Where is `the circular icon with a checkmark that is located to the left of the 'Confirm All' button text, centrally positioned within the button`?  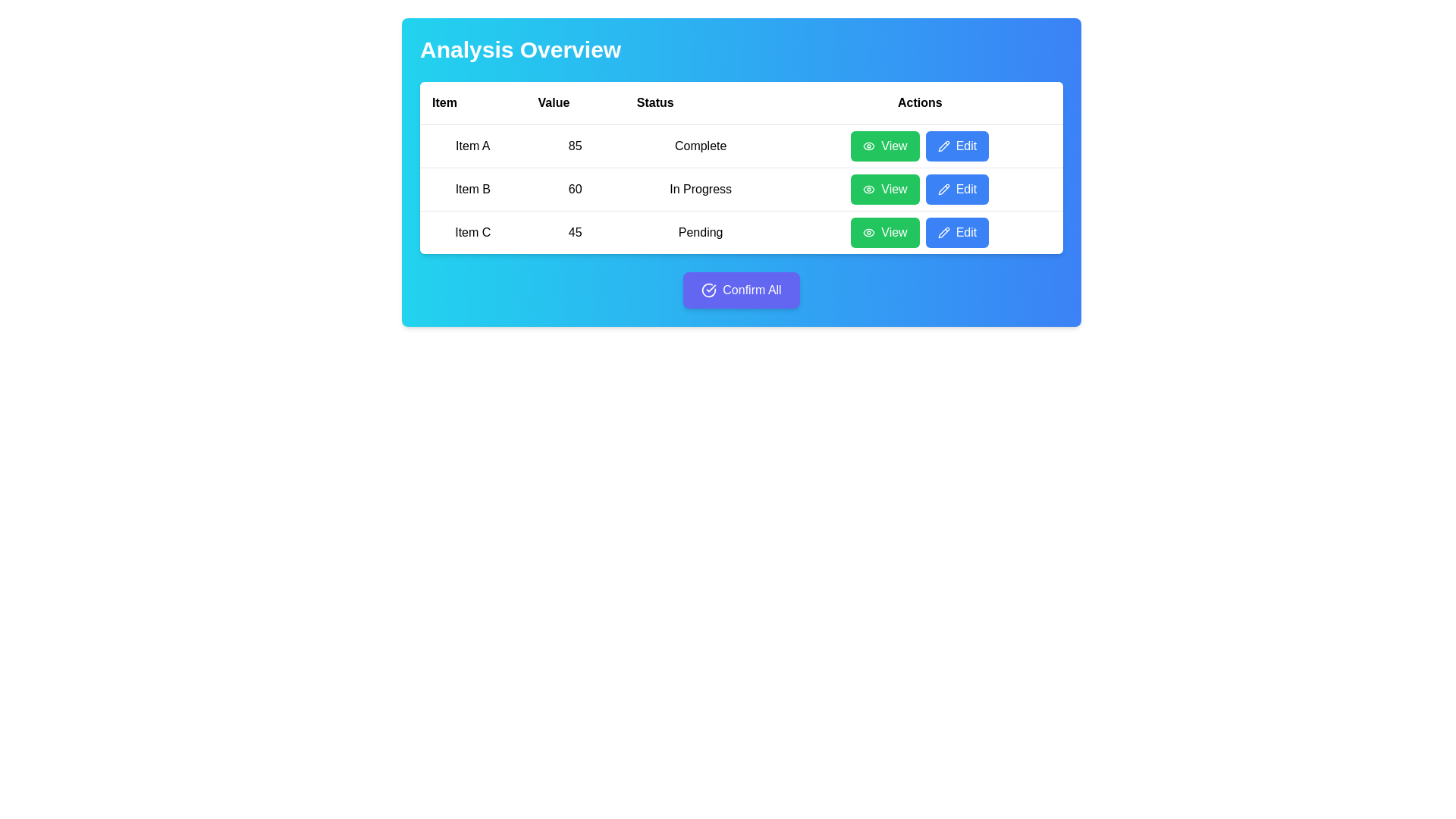 the circular icon with a checkmark that is located to the left of the 'Confirm All' button text, centrally positioned within the button is located at coordinates (708, 290).